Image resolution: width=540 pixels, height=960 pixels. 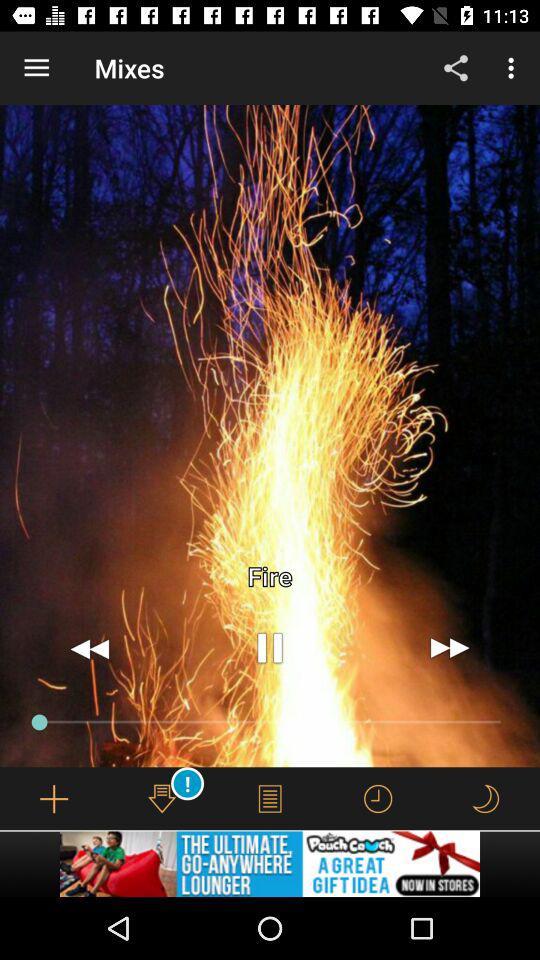 I want to click on open advert, so click(x=270, y=863).